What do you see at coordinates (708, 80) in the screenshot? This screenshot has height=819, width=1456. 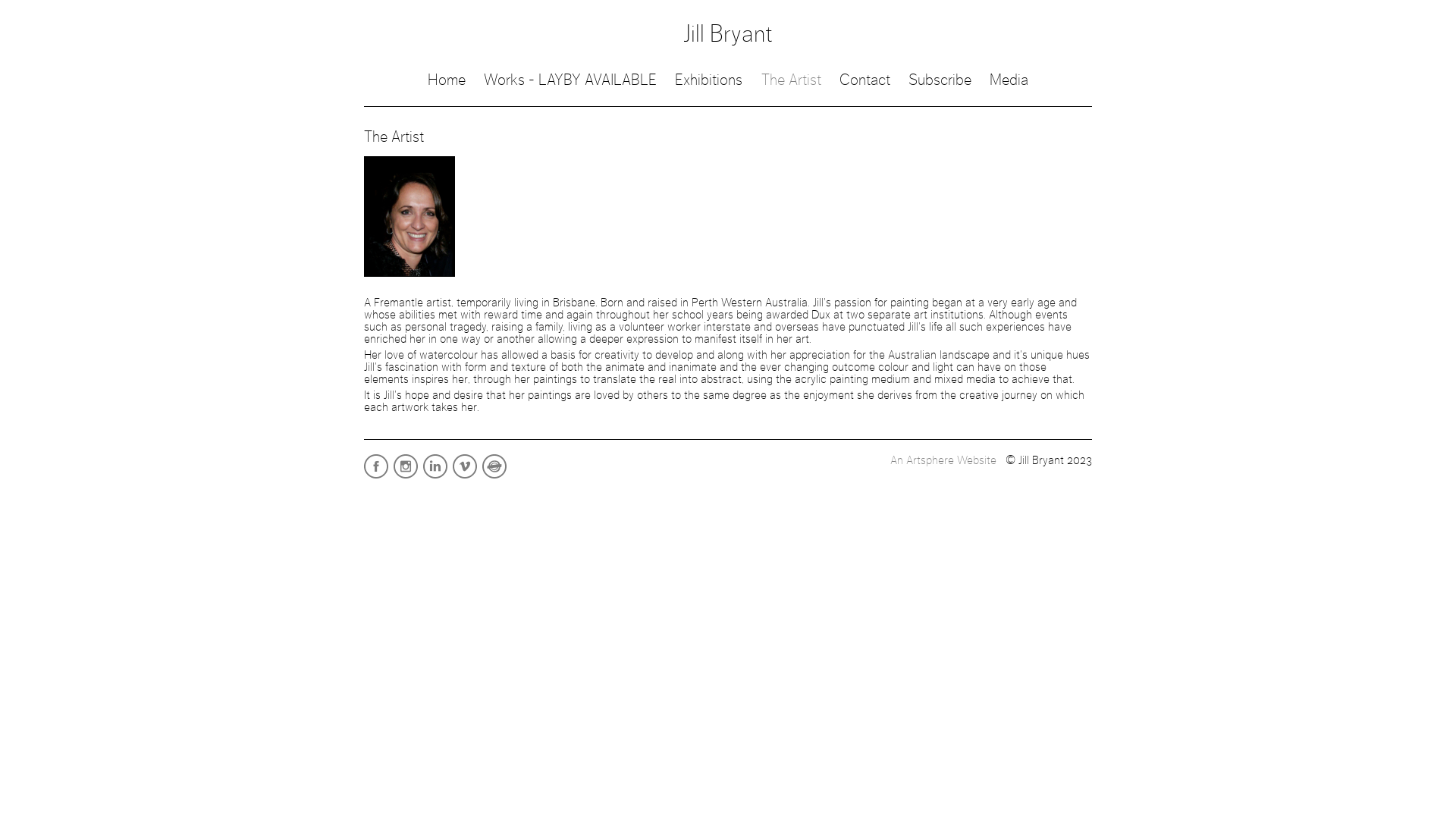 I see `'Exhibitions'` at bounding box center [708, 80].